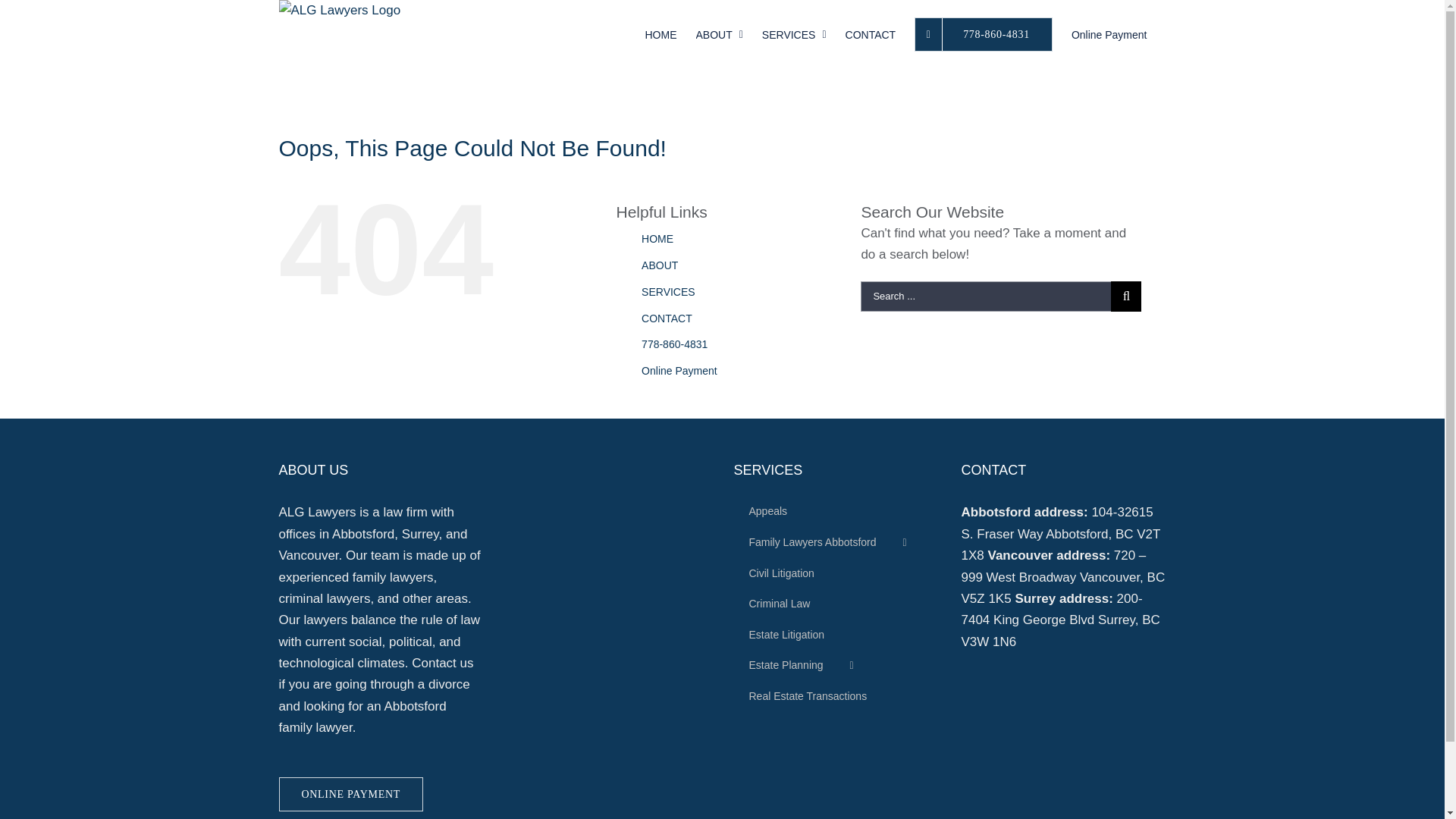  What do you see at coordinates (719, 33) in the screenshot?
I see `'ABOUT'` at bounding box center [719, 33].